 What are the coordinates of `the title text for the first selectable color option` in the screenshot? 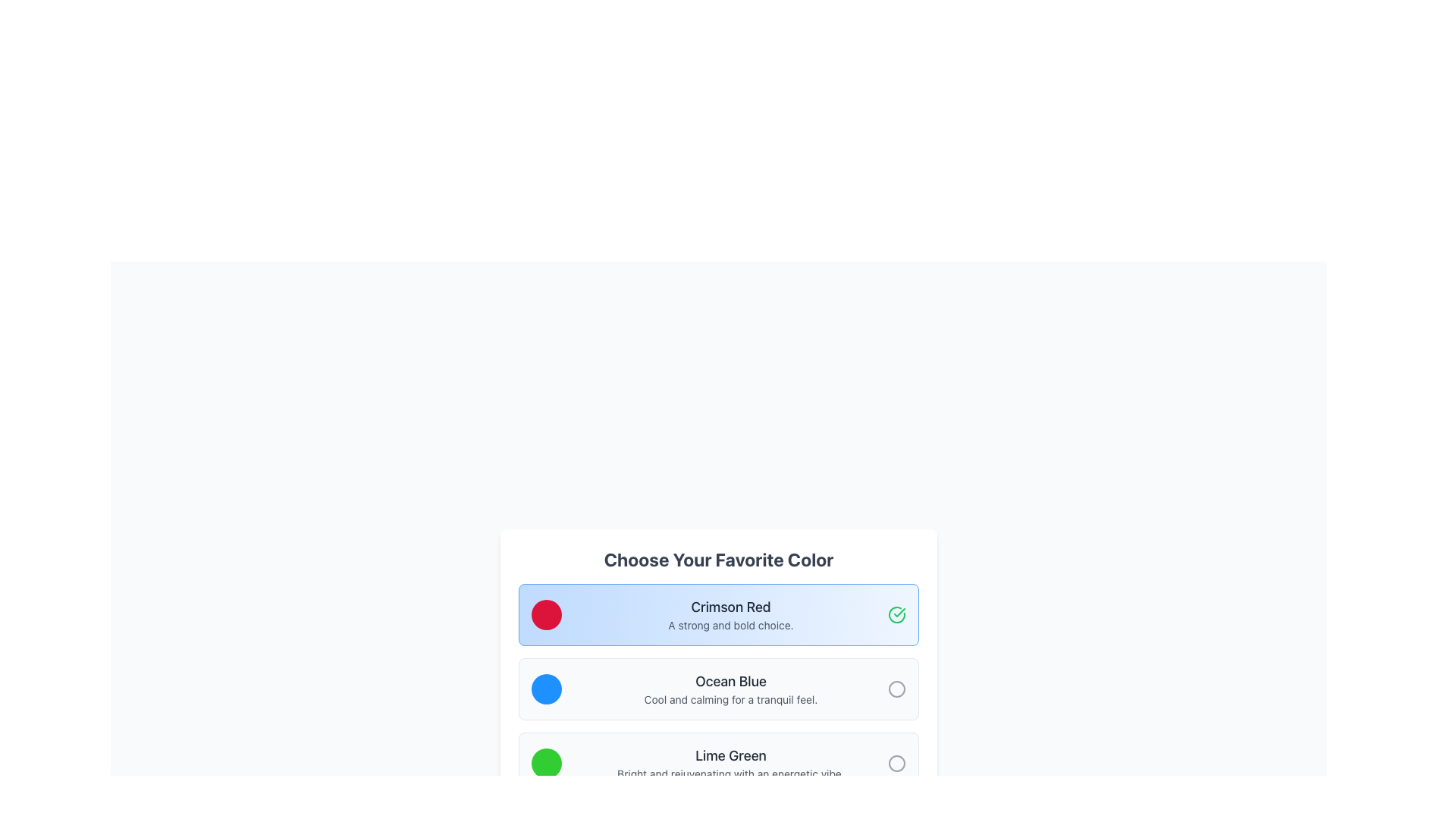 It's located at (731, 607).